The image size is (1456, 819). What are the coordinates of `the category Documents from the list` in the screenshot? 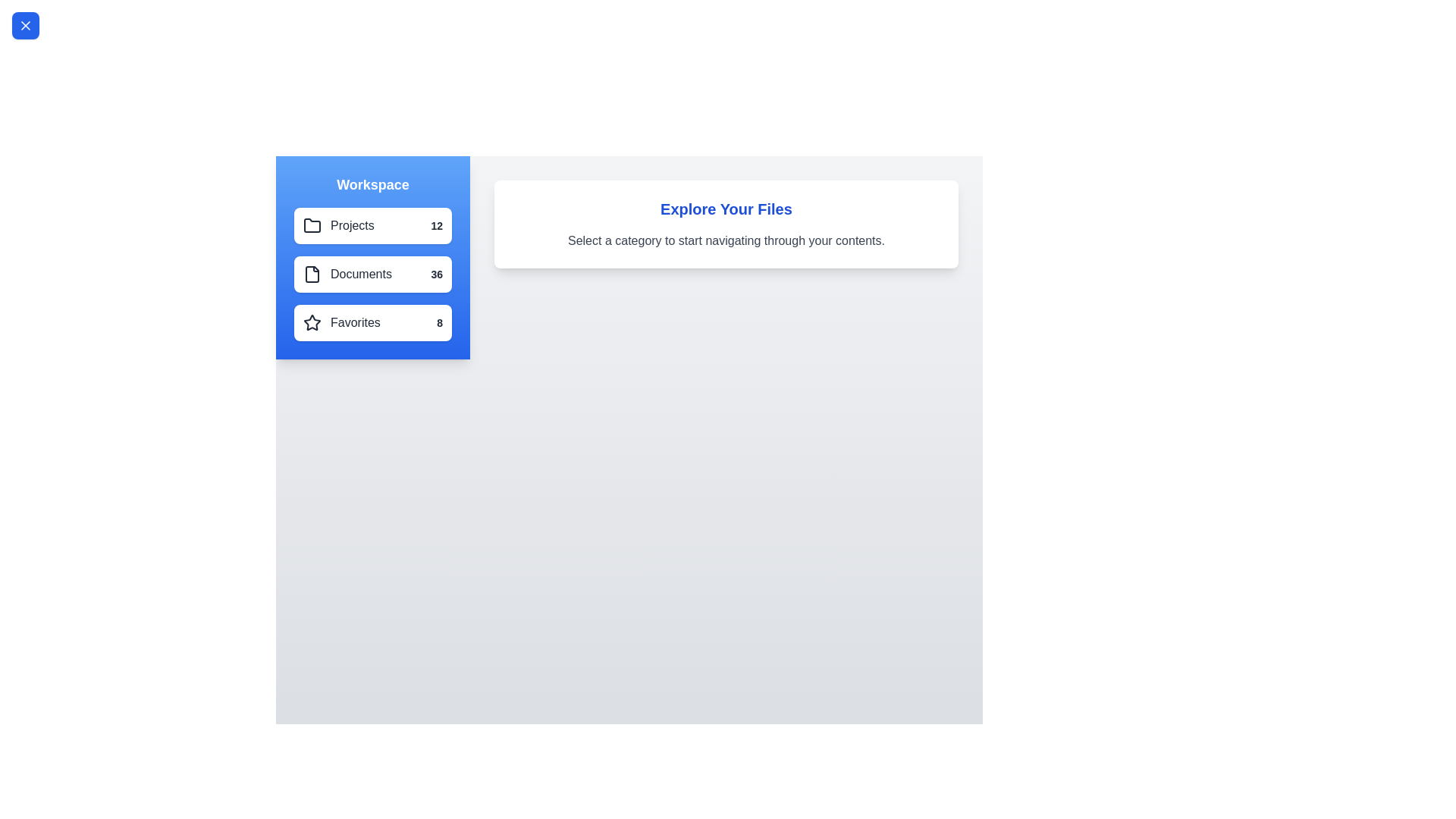 It's located at (372, 275).